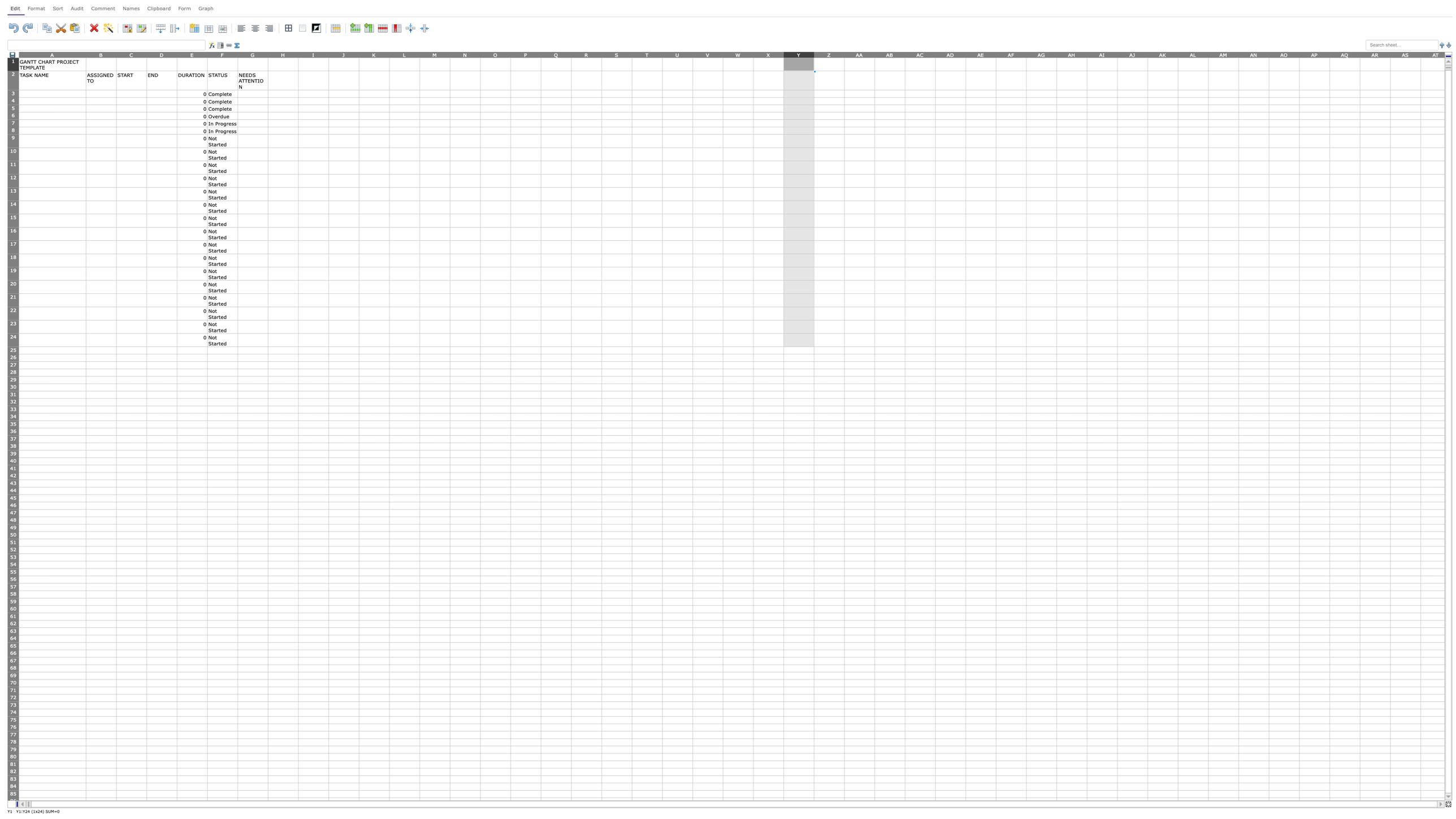 The height and width of the screenshot is (819, 1456). What do you see at coordinates (904, 54) in the screenshot?
I see `column AB's width resize handle` at bounding box center [904, 54].